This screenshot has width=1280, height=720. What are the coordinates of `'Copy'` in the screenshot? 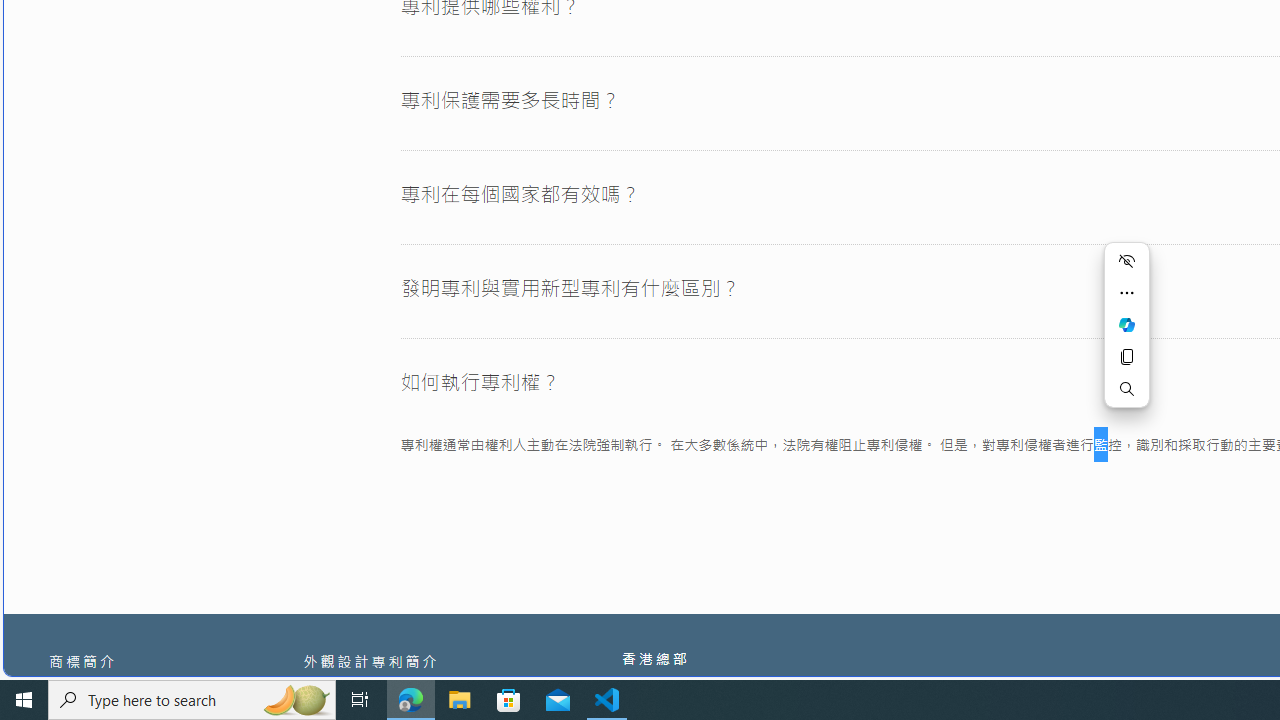 It's located at (1127, 356).